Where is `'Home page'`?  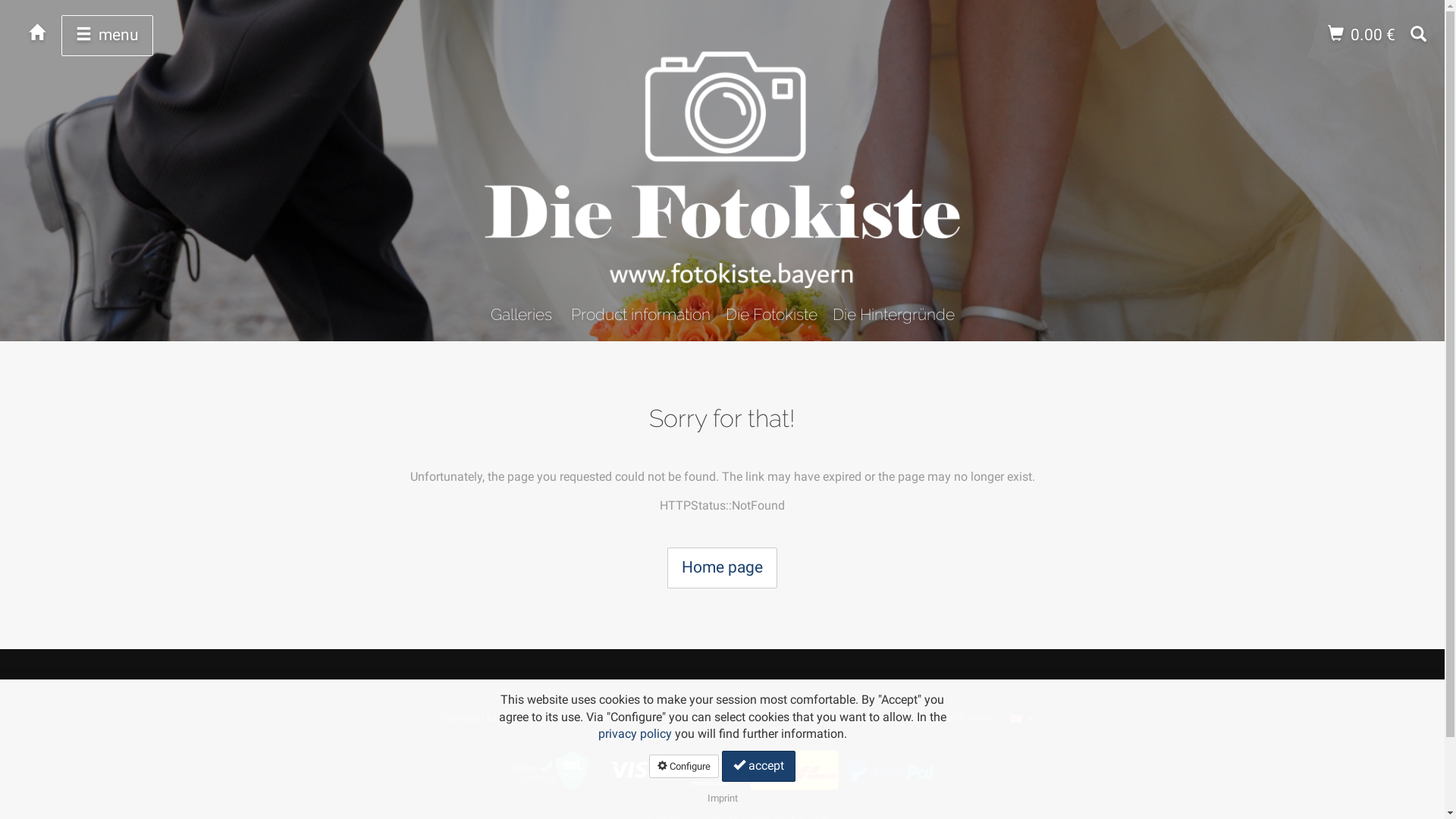 'Home page' is located at coordinates (721, 567).